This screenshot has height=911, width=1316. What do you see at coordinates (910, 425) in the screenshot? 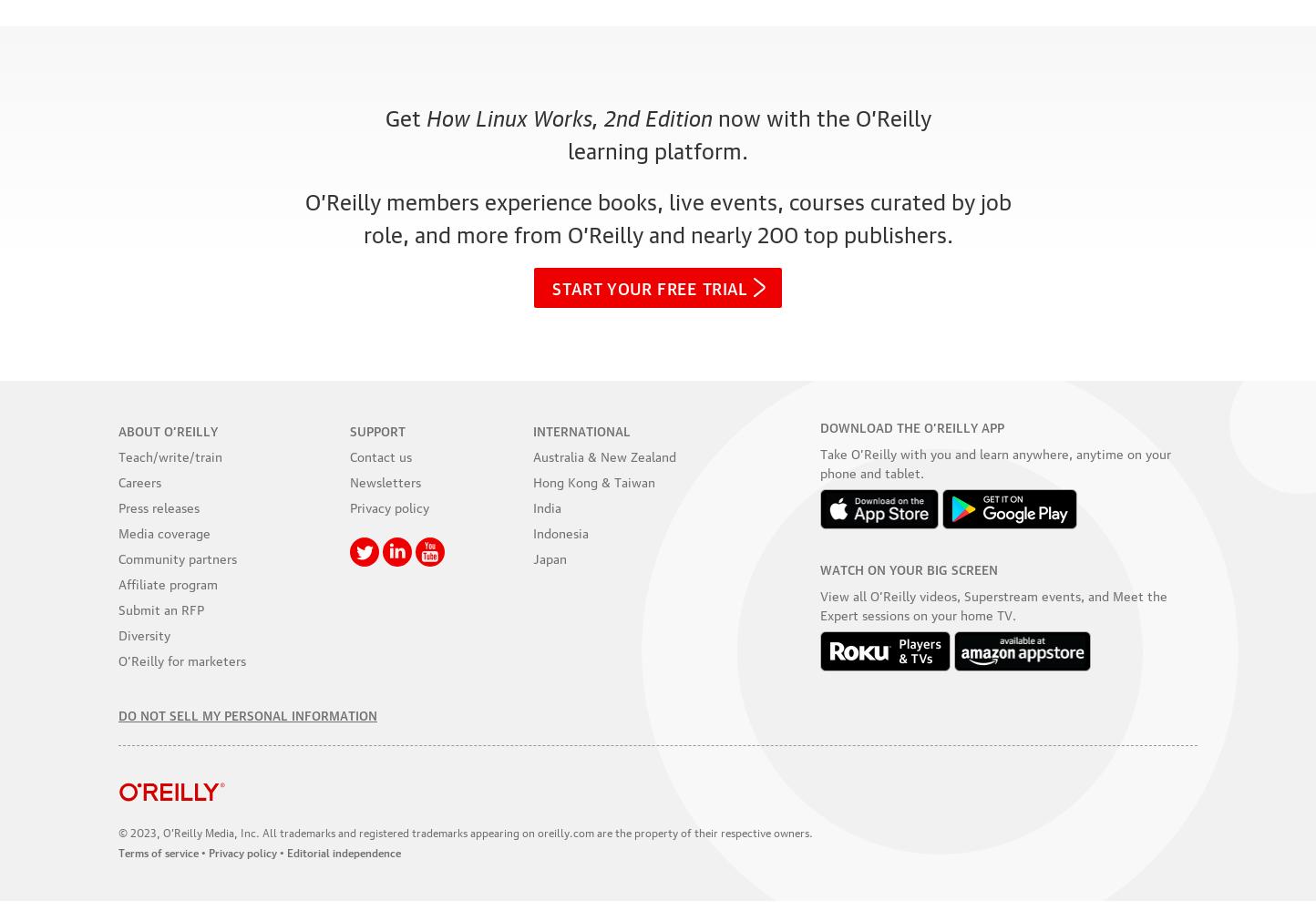
I see `'Download the O’Reilly App'` at bounding box center [910, 425].